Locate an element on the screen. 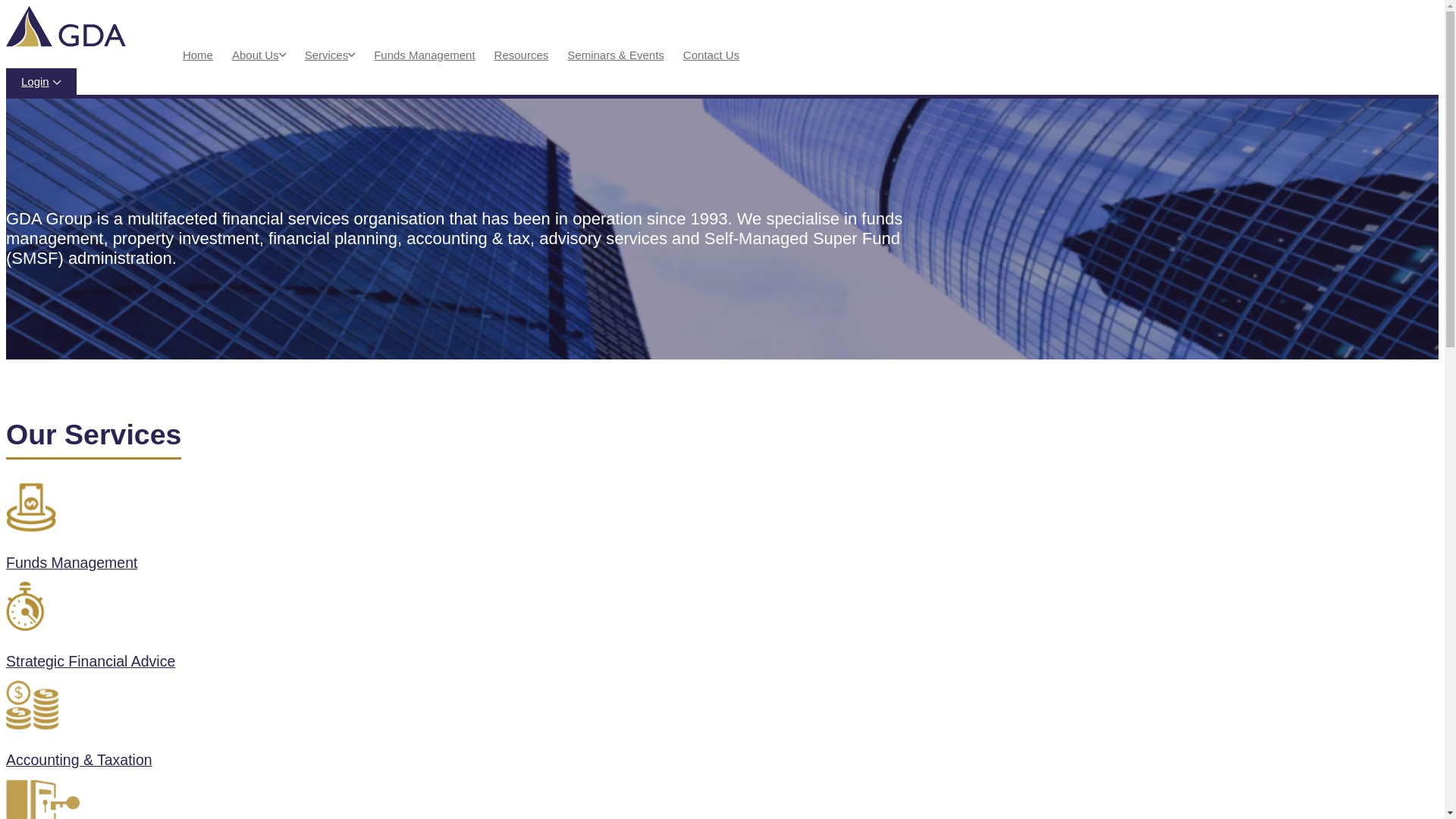 The height and width of the screenshot is (819, 1456). 'Login' is located at coordinates (41, 82).